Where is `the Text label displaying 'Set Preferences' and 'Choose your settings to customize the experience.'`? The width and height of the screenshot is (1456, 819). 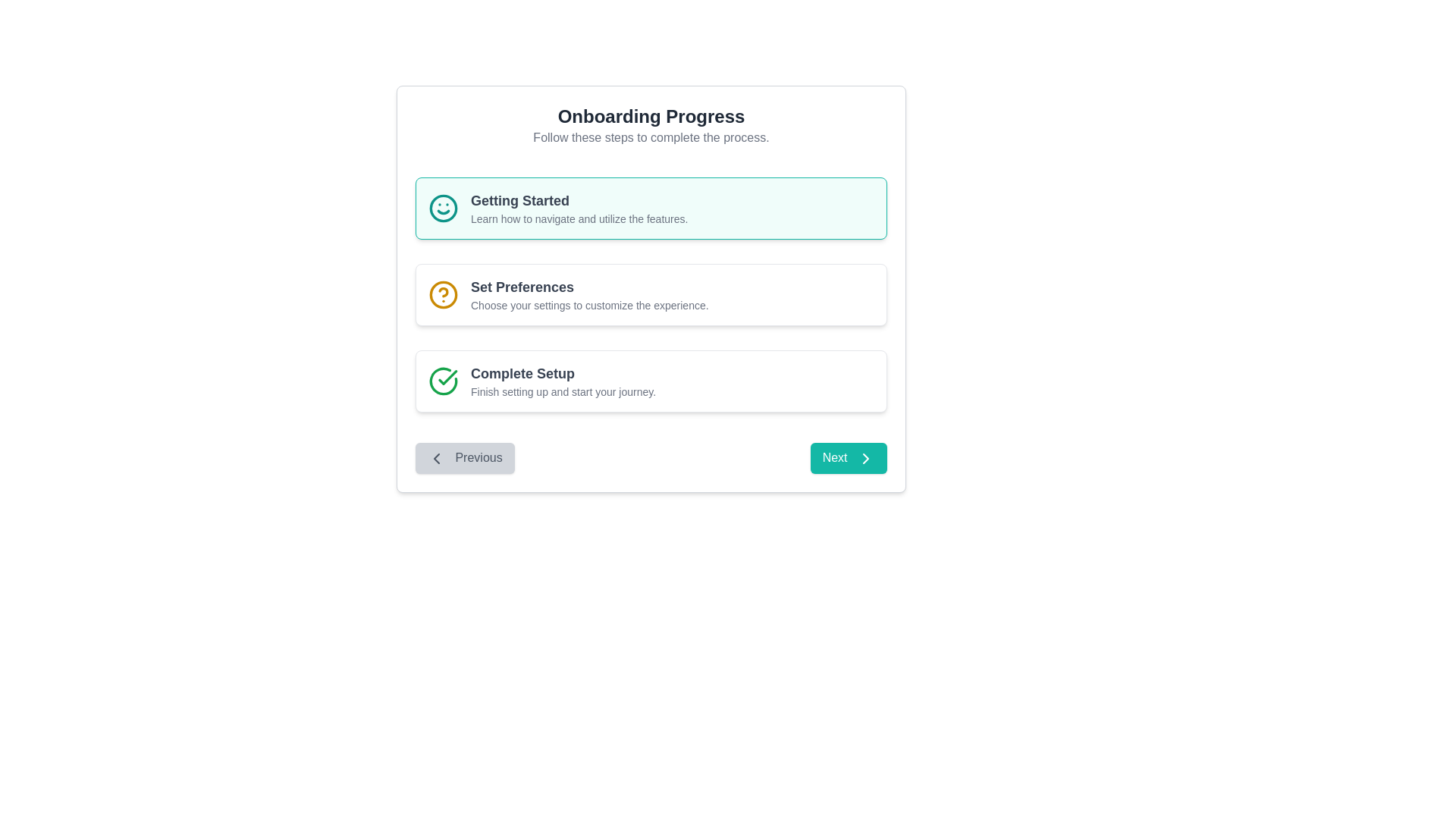 the Text label displaying 'Set Preferences' and 'Choose your settings to customize the experience.' is located at coordinates (588, 295).